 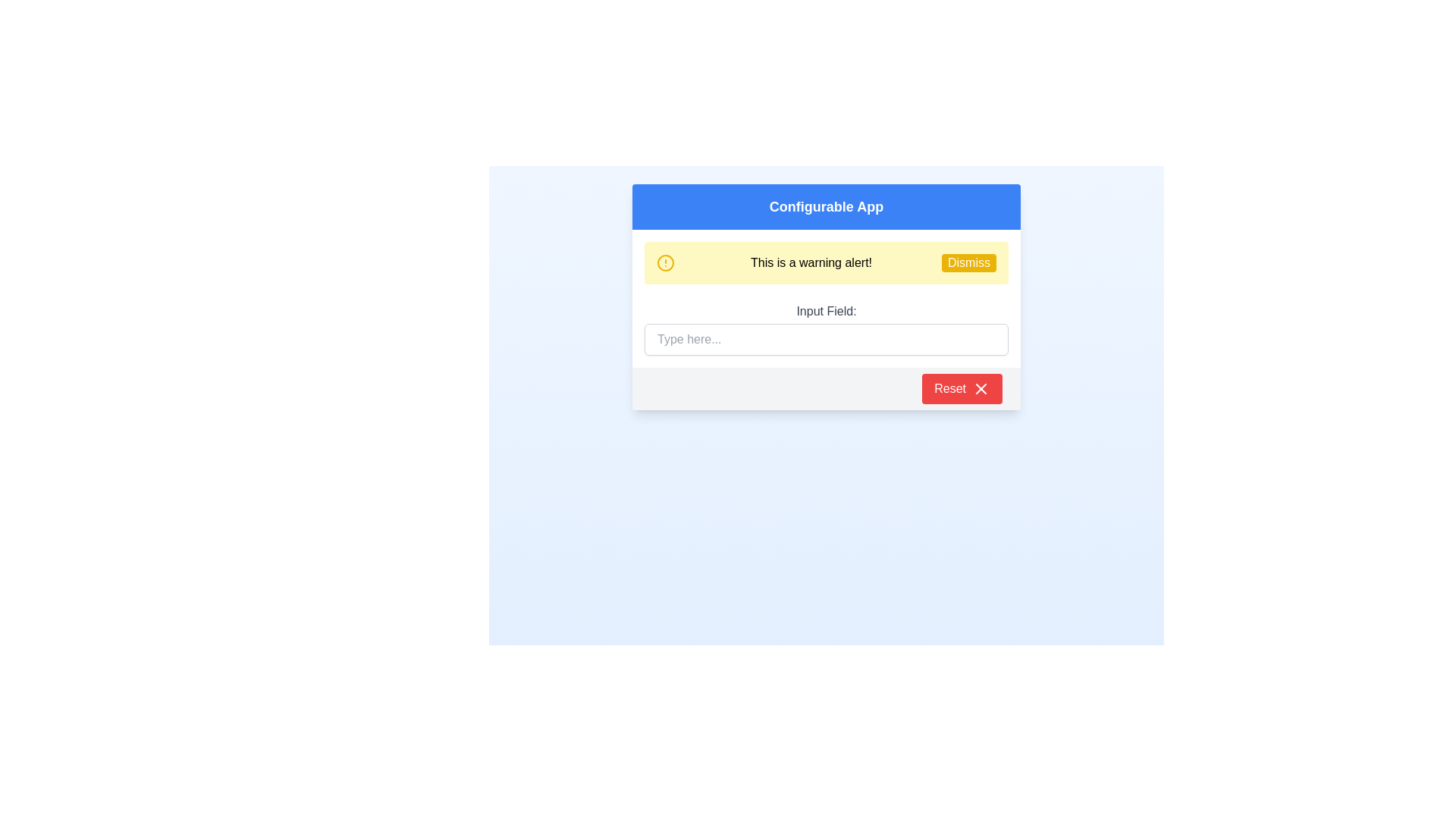 What do you see at coordinates (981, 388) in the screenshot?
I see `the close icon, which is typically used to dismiss a dialog box, located near the top right of the dialog box` at bounding box center [981, 388].